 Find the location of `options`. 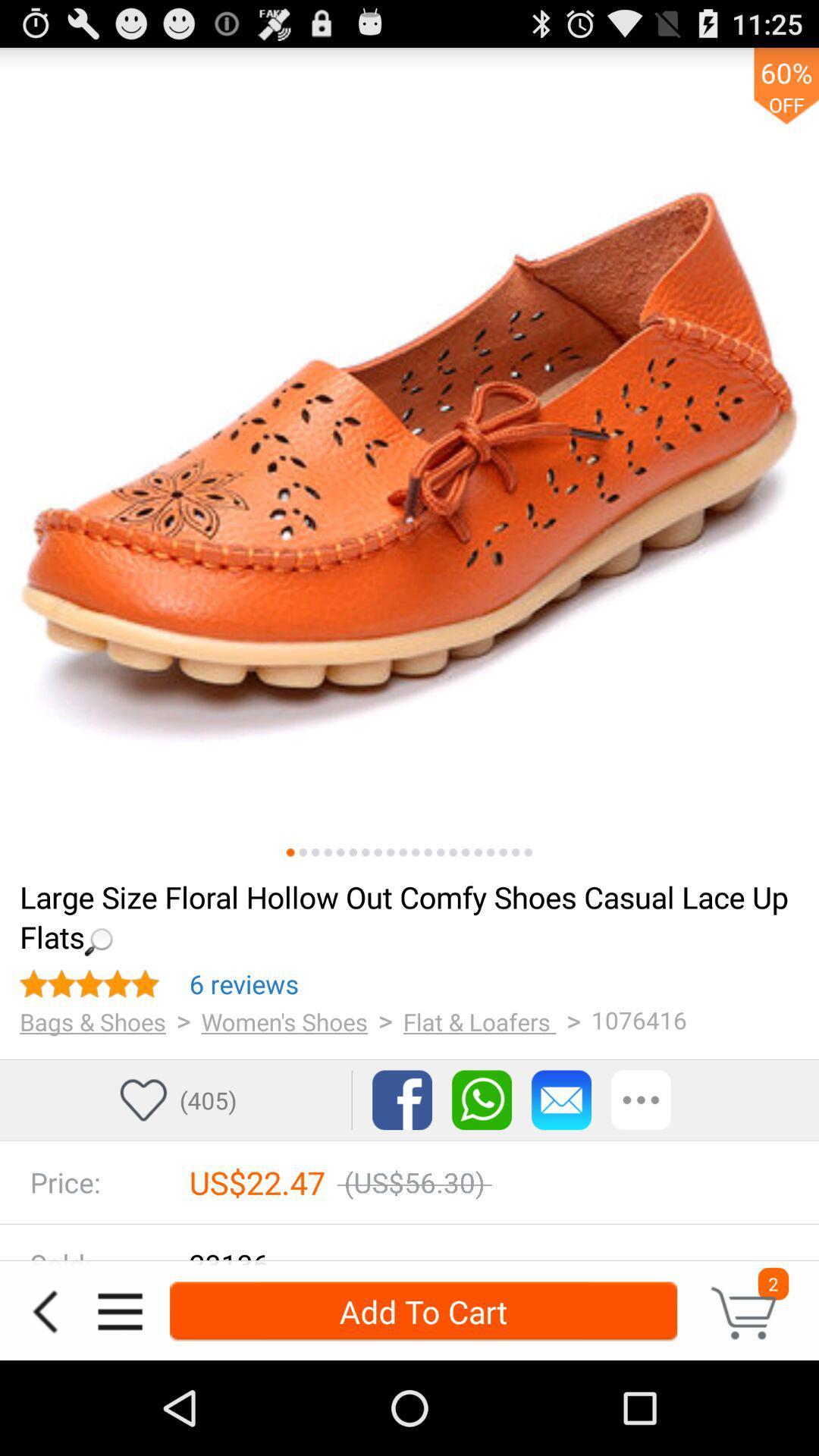

options is located at coordinates (119, 1310).